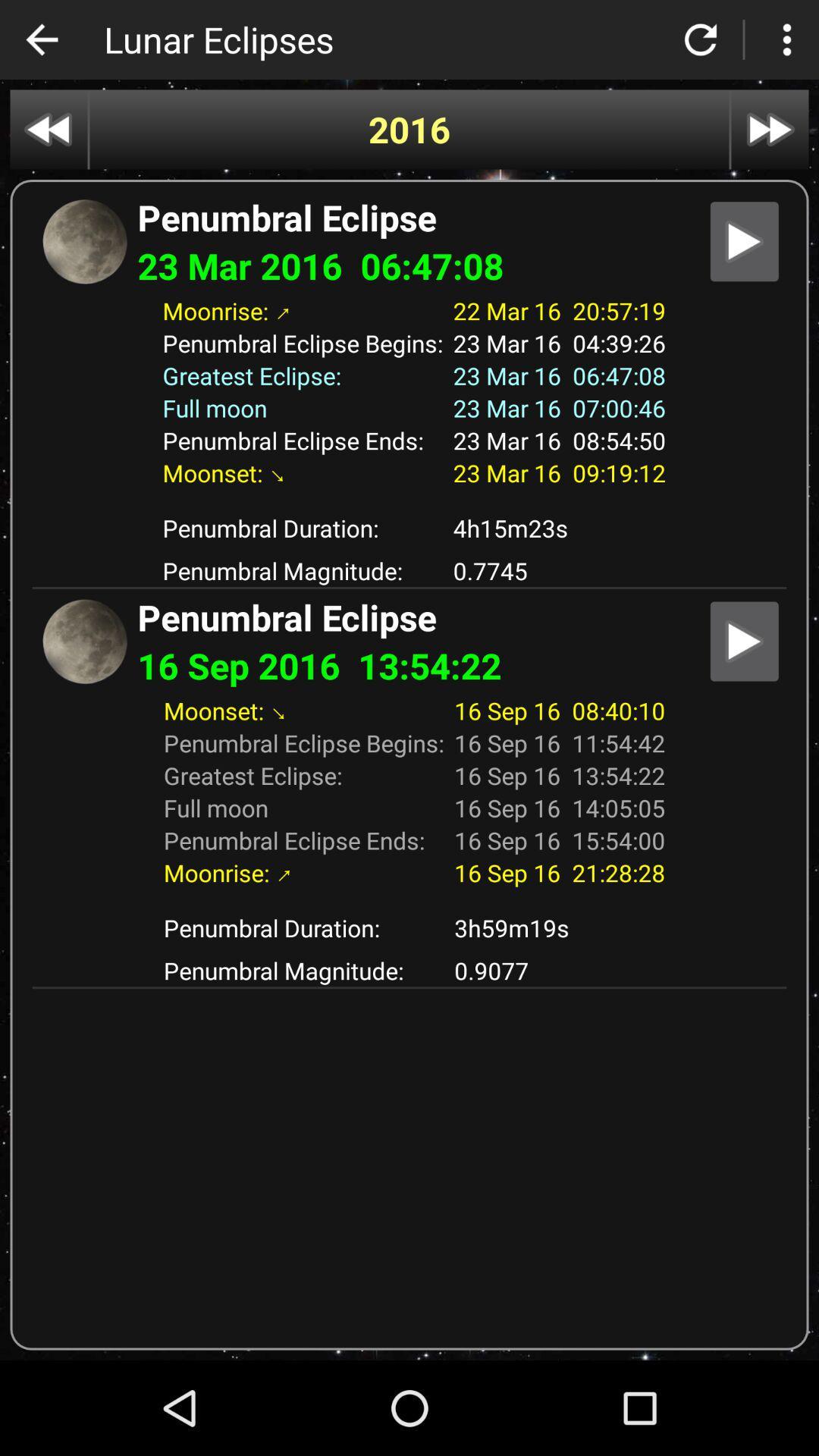 This screenshot has height=1456, width=819. Describe the element at coordinates (41, 39) in the screenshot. I see `the arrow_backward icon` at that location.